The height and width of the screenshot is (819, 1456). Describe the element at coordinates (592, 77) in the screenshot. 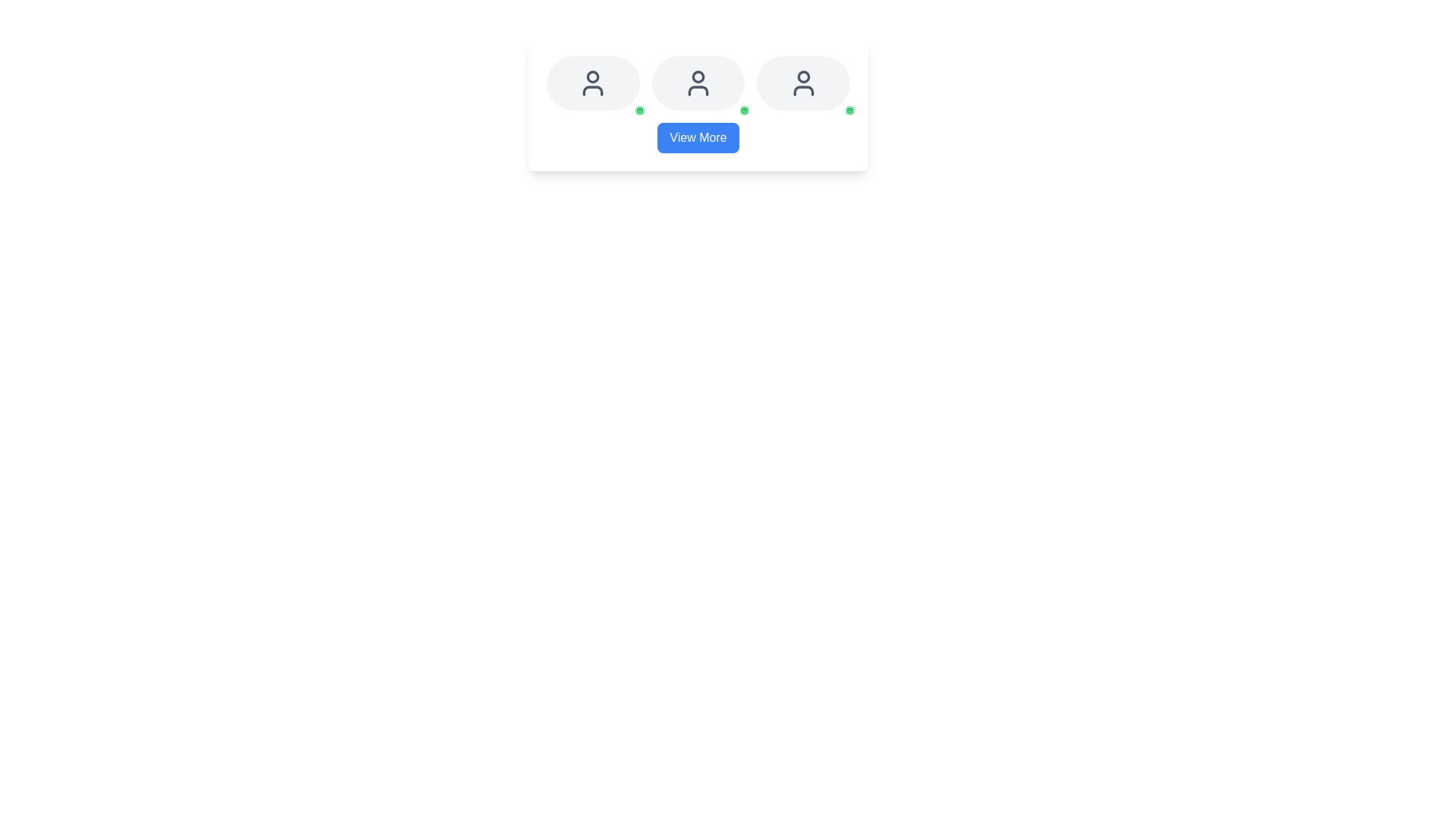

I see `the graphical circle/icon subcomponent representing the first user profile icon in a horizontal row of three icons` at that location.